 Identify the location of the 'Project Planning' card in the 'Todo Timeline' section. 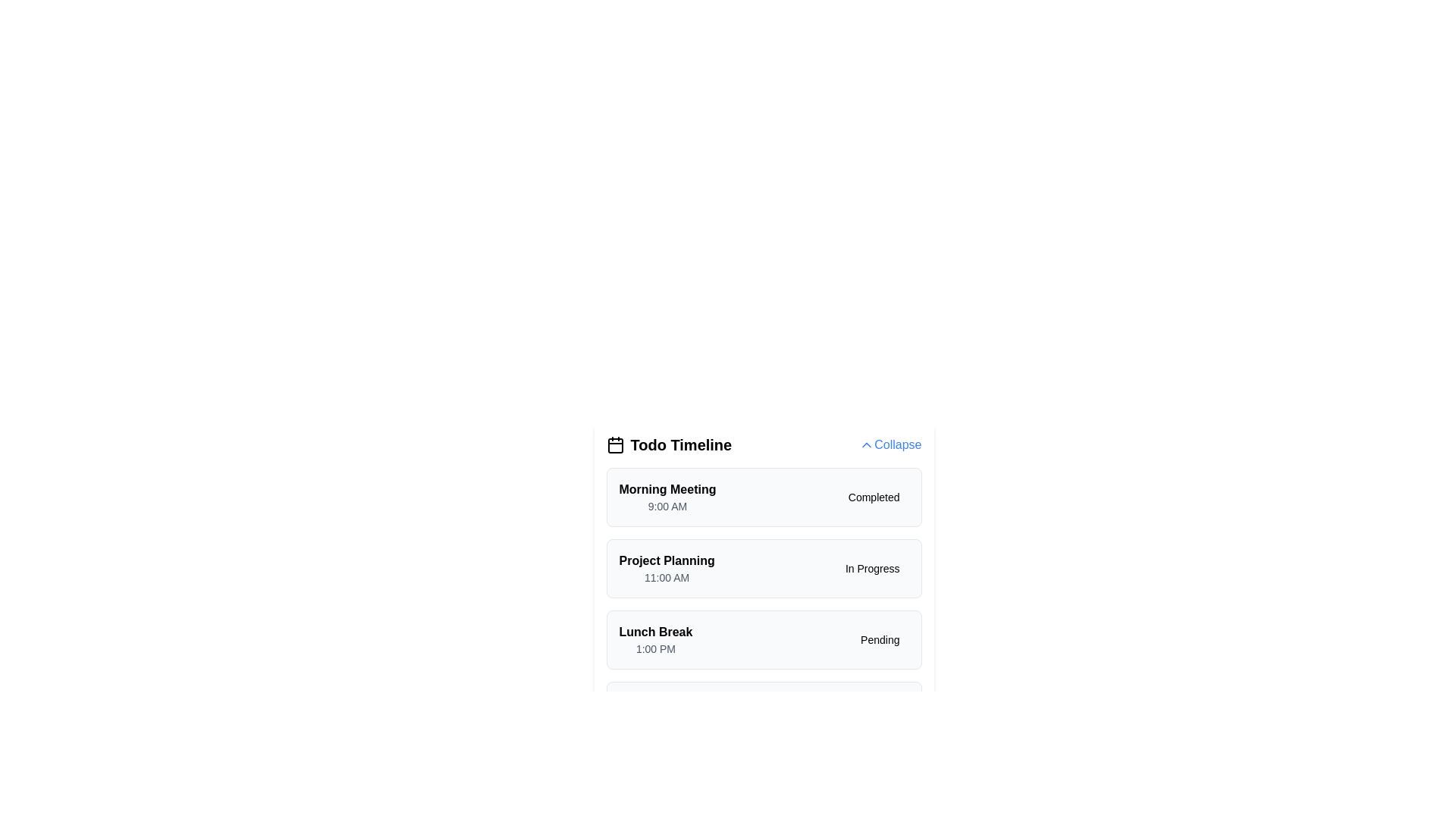
(764, 568).